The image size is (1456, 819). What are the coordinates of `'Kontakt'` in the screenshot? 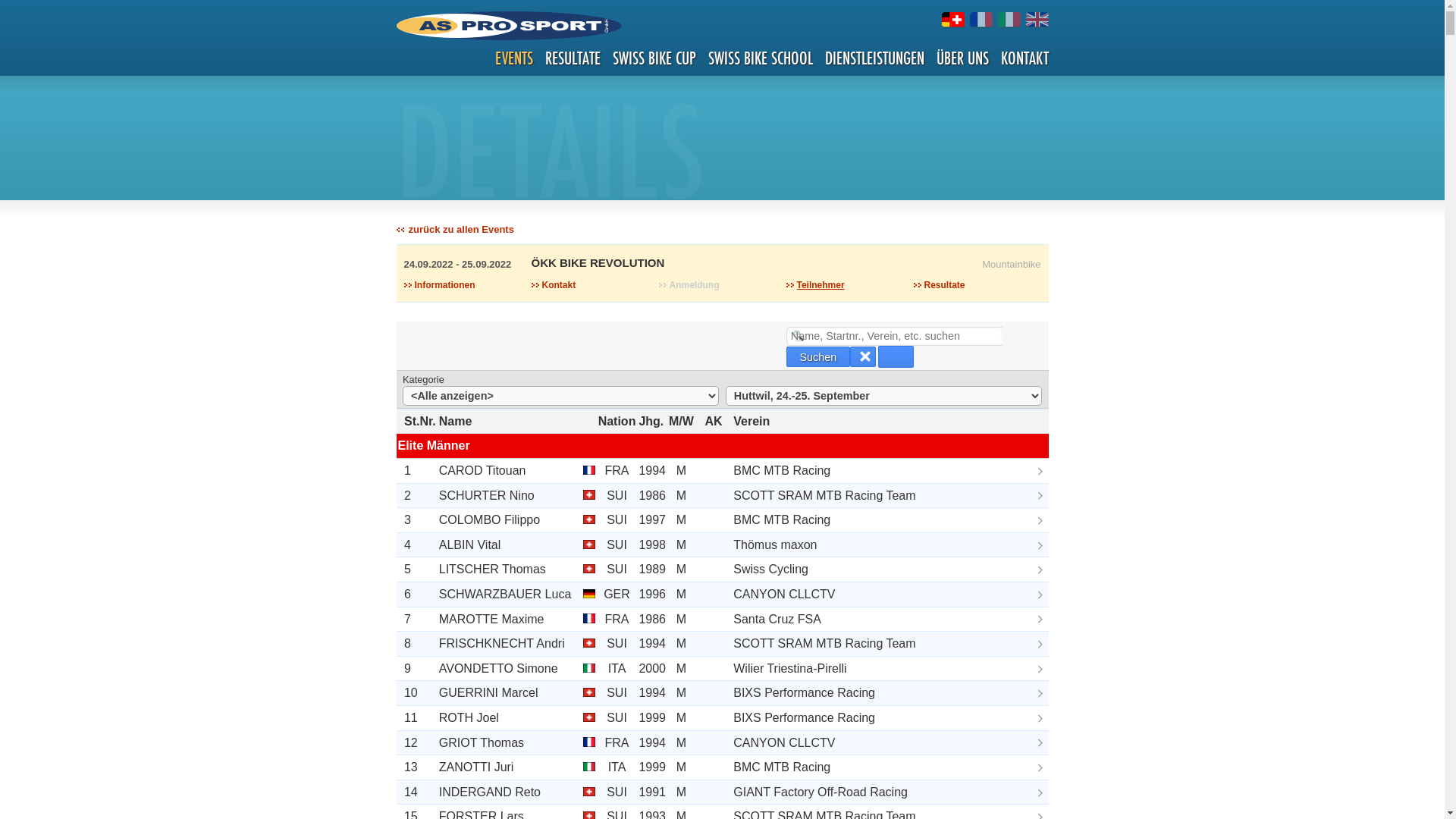 It's located at (531, 284).